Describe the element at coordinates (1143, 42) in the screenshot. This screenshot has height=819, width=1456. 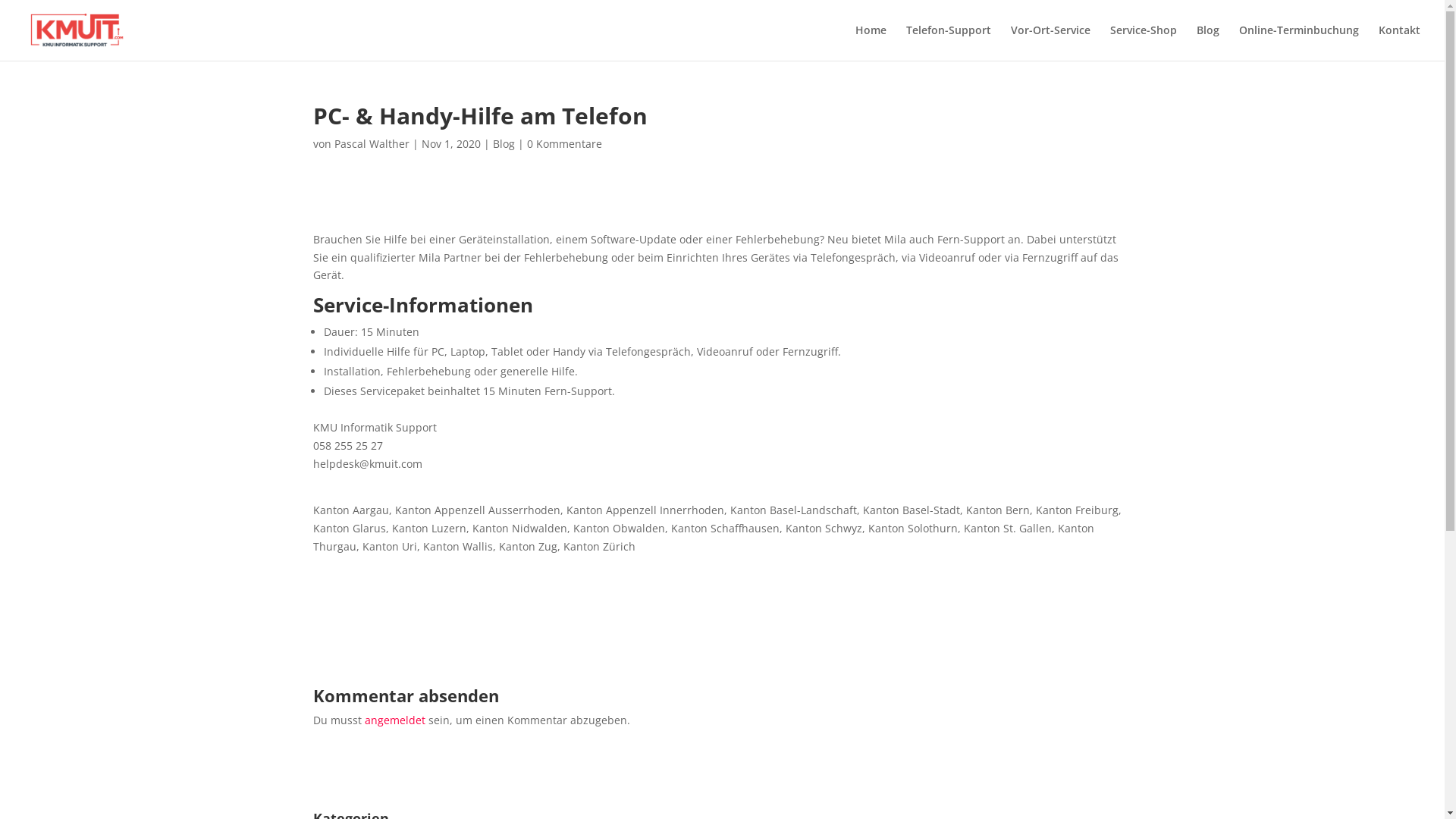
I see `'Service-Shop'` at that location.